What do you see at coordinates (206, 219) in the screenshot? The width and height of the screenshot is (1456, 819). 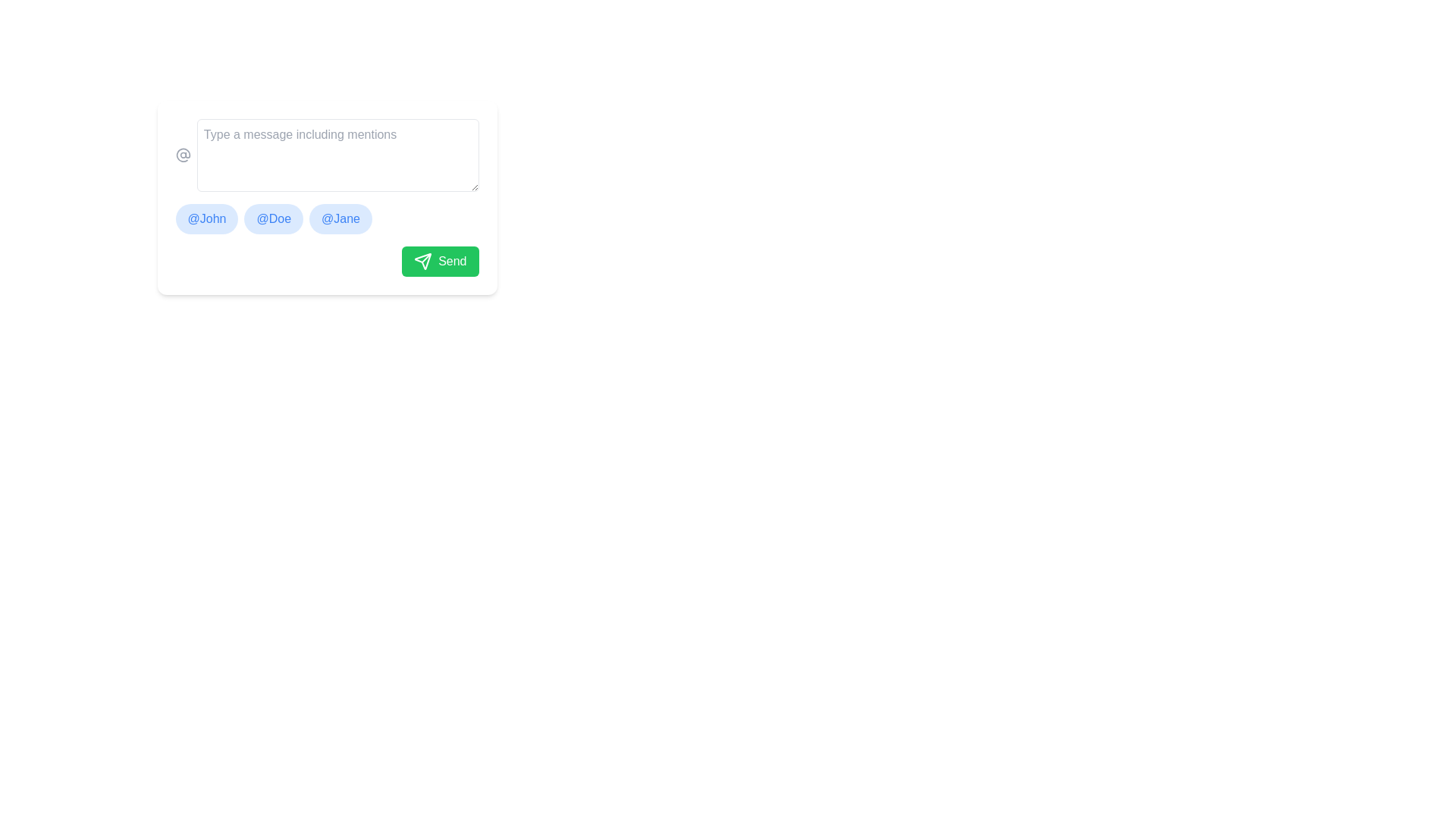 I see `the rounded button labeled '@John' with bold blue text and a light blue background for accessibility navigation` at bounding box center [206, 219].